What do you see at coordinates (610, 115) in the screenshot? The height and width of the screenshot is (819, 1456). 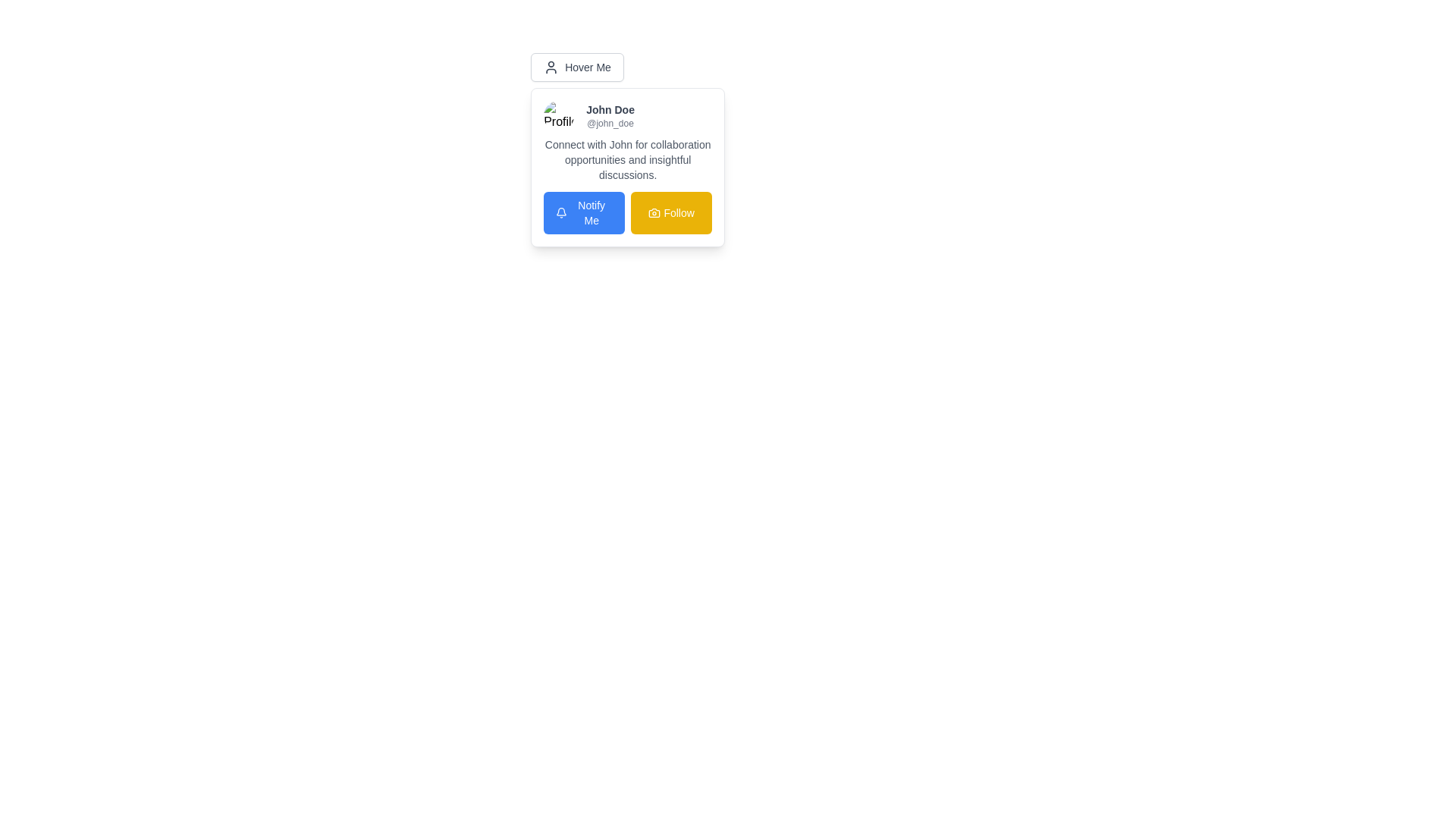 I see `the text block displaying 'John Doe' with the handle '@john_doe'` at bounding box center [610, 115].